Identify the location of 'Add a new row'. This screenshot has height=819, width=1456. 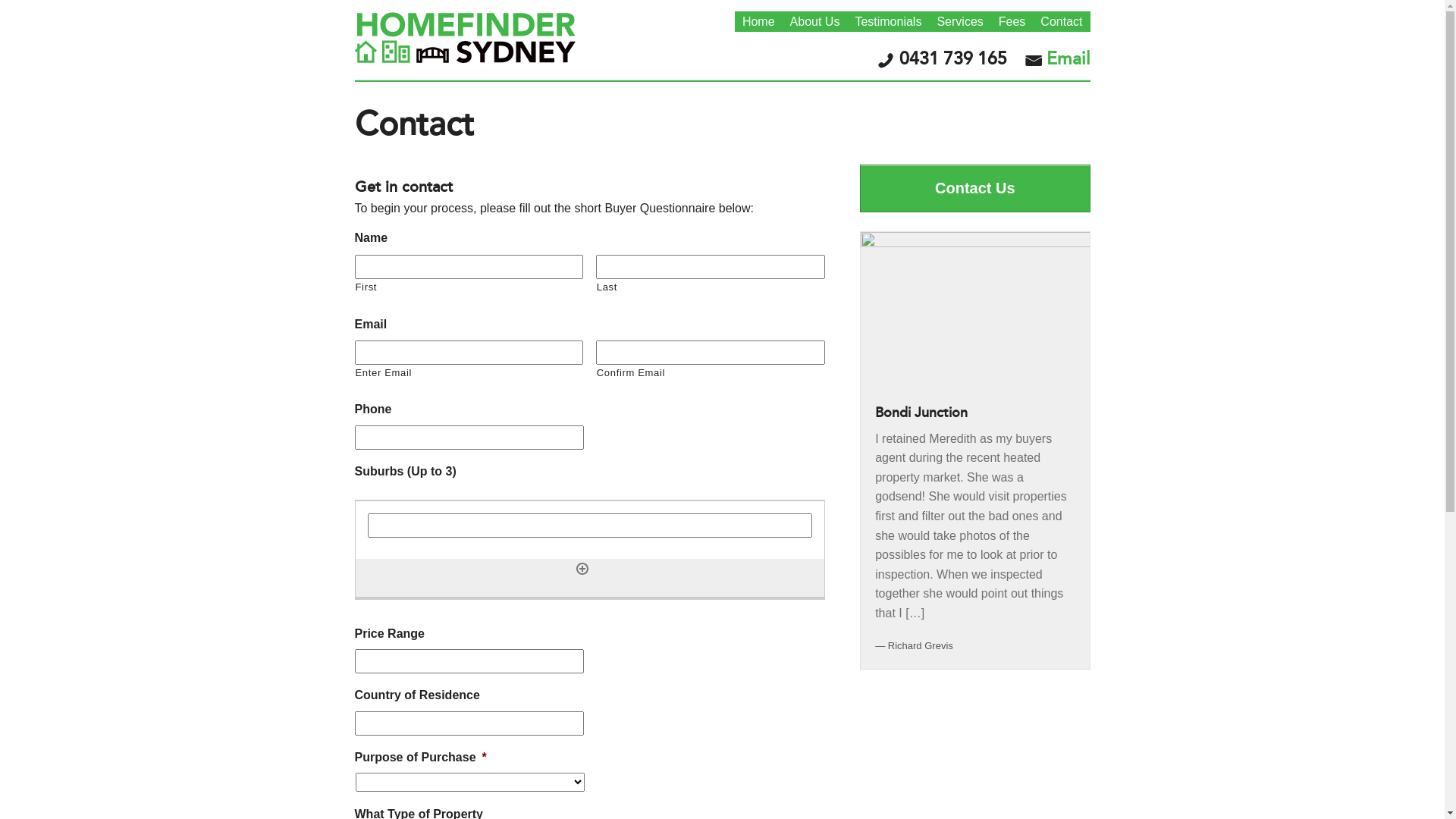
(582, 568).